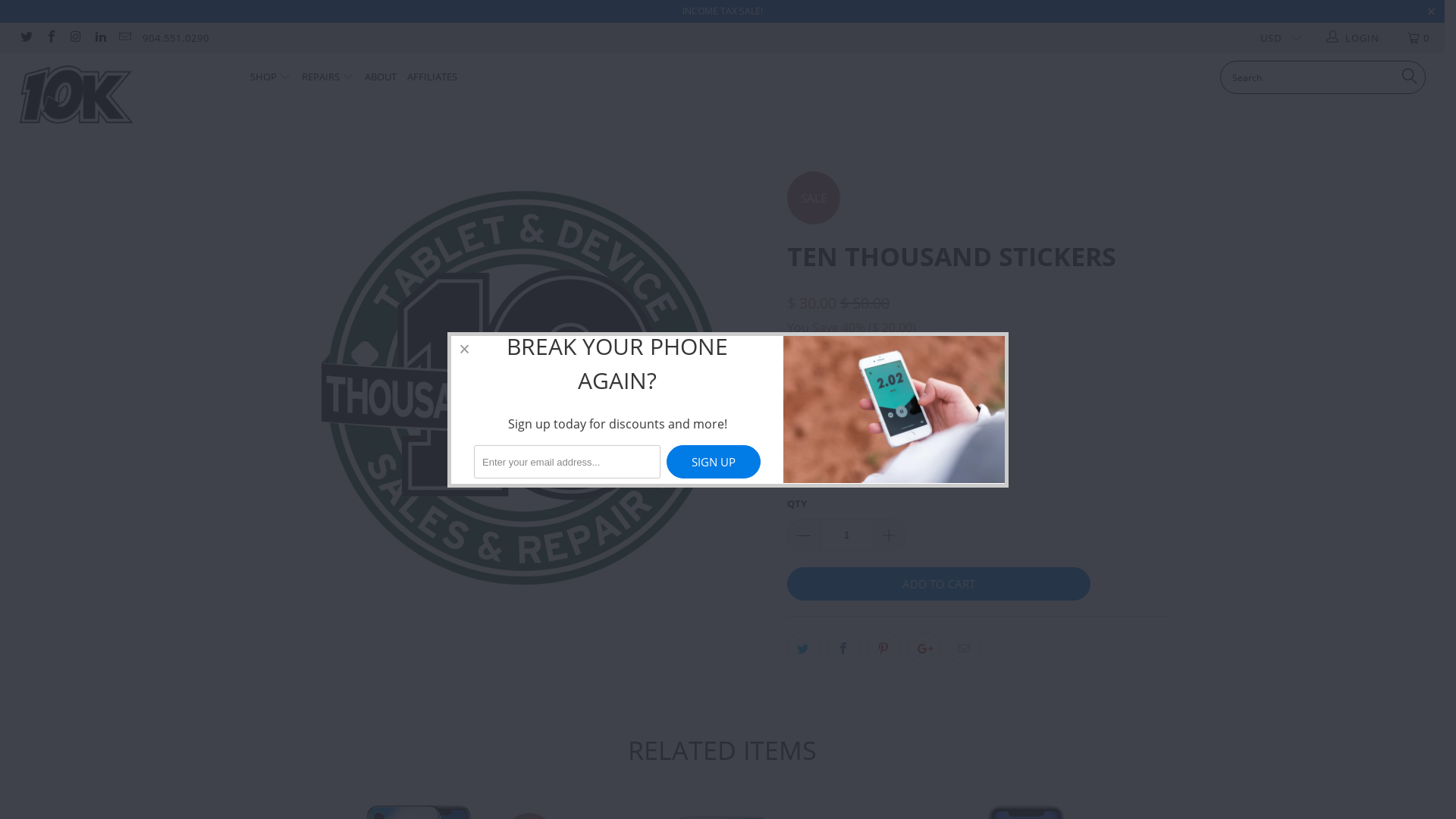 Image resolution: width=1456 pixels, height=819 pixels. What do you see at coordinates (124, 37) in the screenshot?
I see `'Email 10,000 Cellphones, Repairs, Tablets and Batteries'` at bounding box center [124, 37].